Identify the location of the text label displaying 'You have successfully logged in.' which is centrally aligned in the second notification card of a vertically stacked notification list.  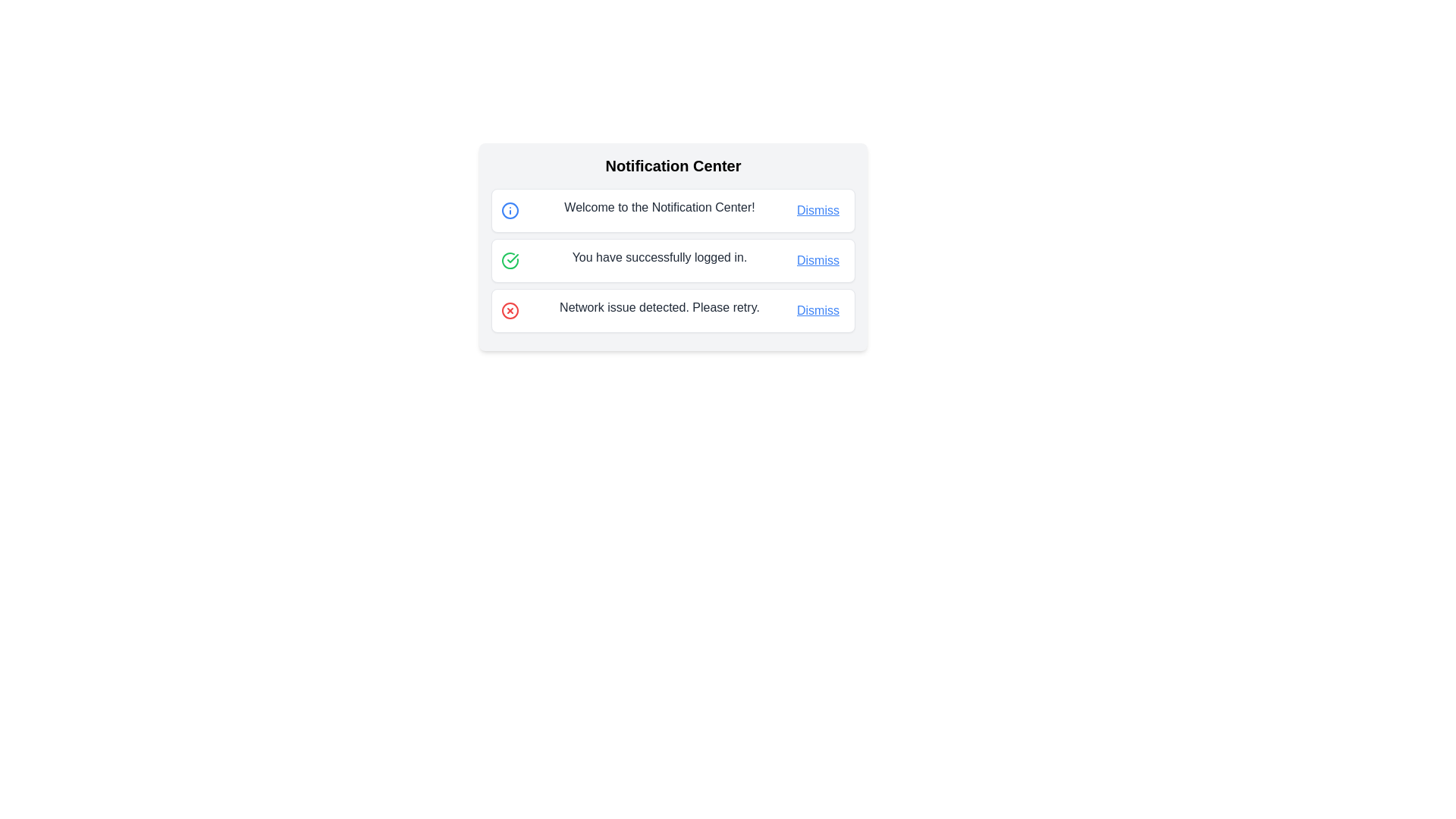
(659, 256).